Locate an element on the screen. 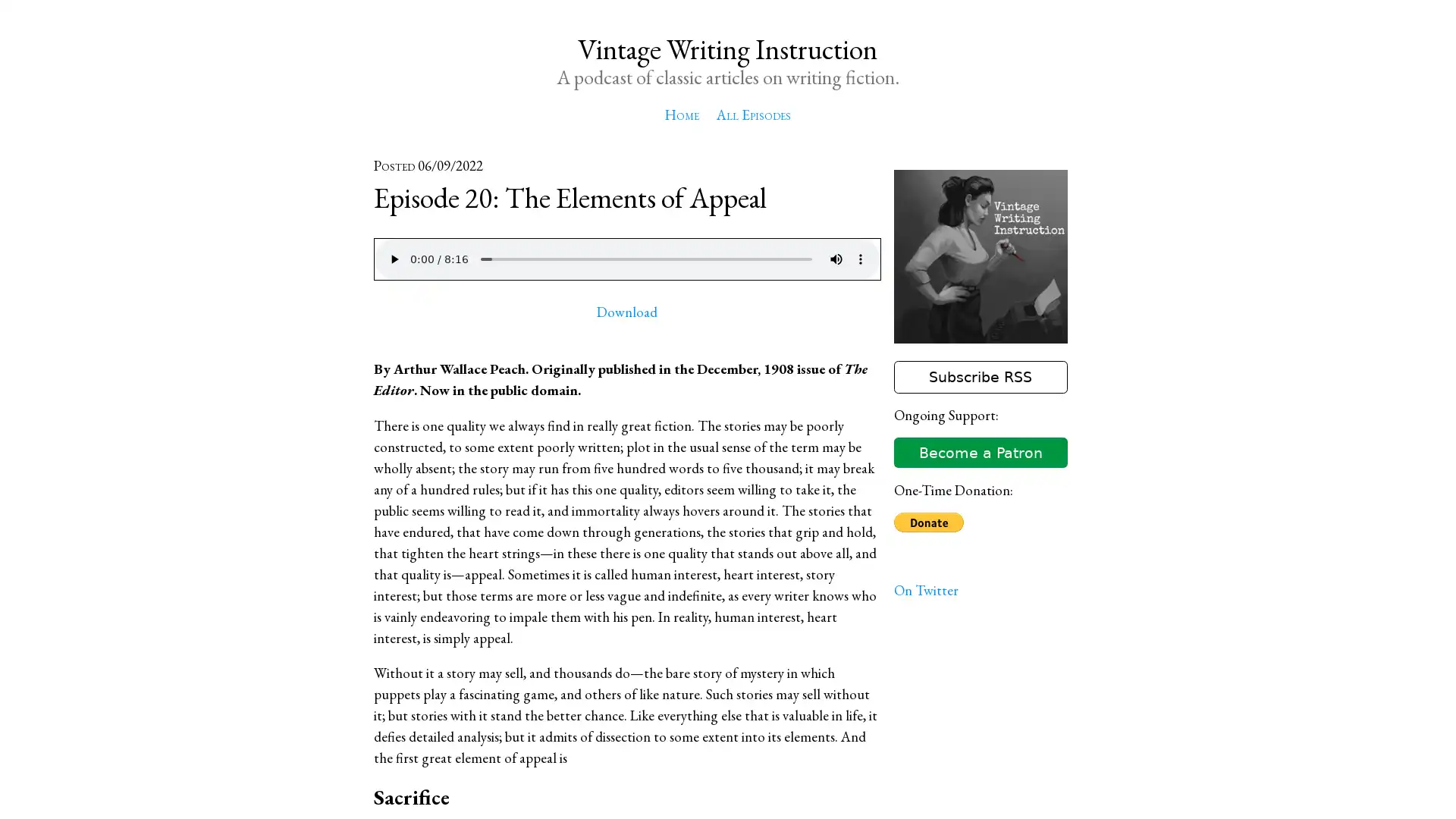 This screenshot has height=819, width=1456. show more media controls is located at coordinates (859, 259).